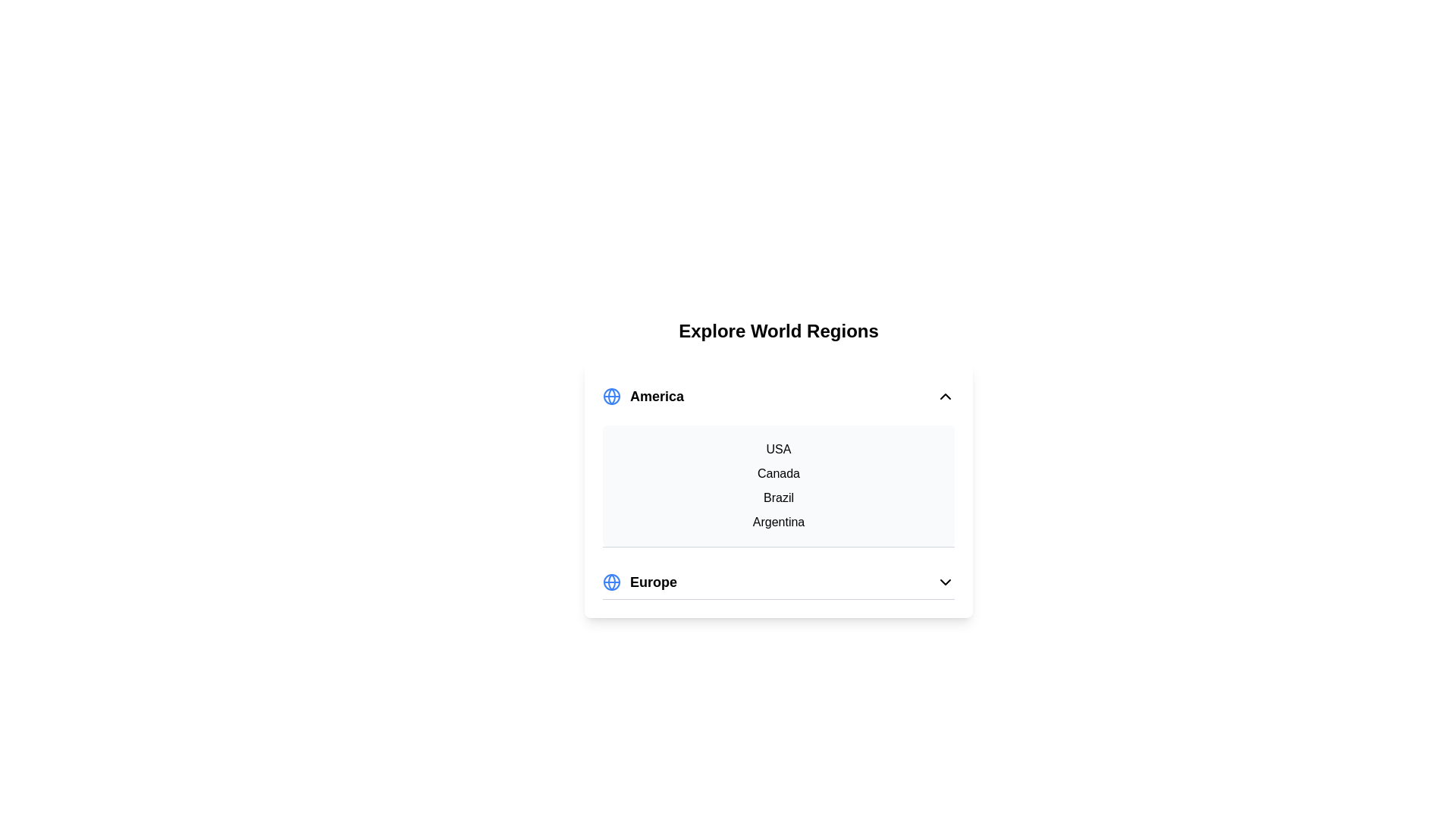  Describe the element at coordinates (779, 522) in the screenshot. I see `the country Argentina from the list under the expanded region` at that location.